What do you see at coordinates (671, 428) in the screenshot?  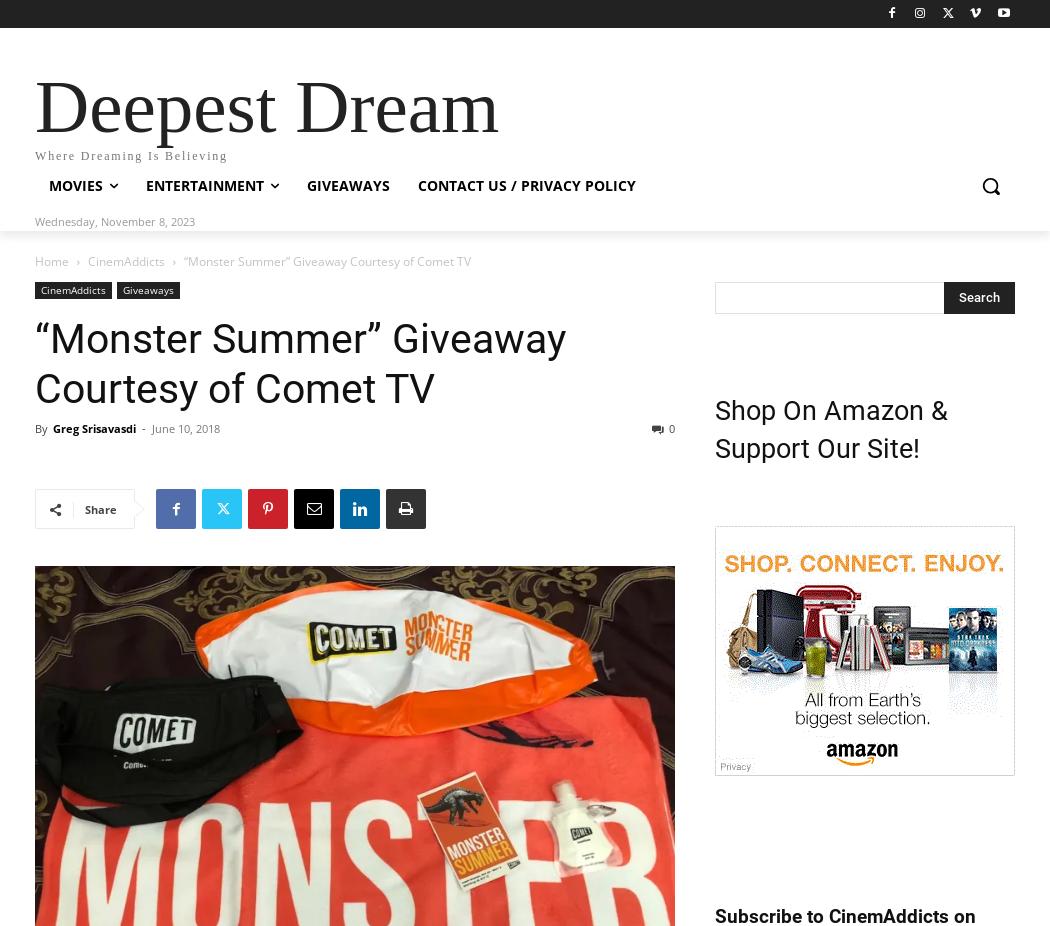 I see `'0'` at bounding box center [671, 428].